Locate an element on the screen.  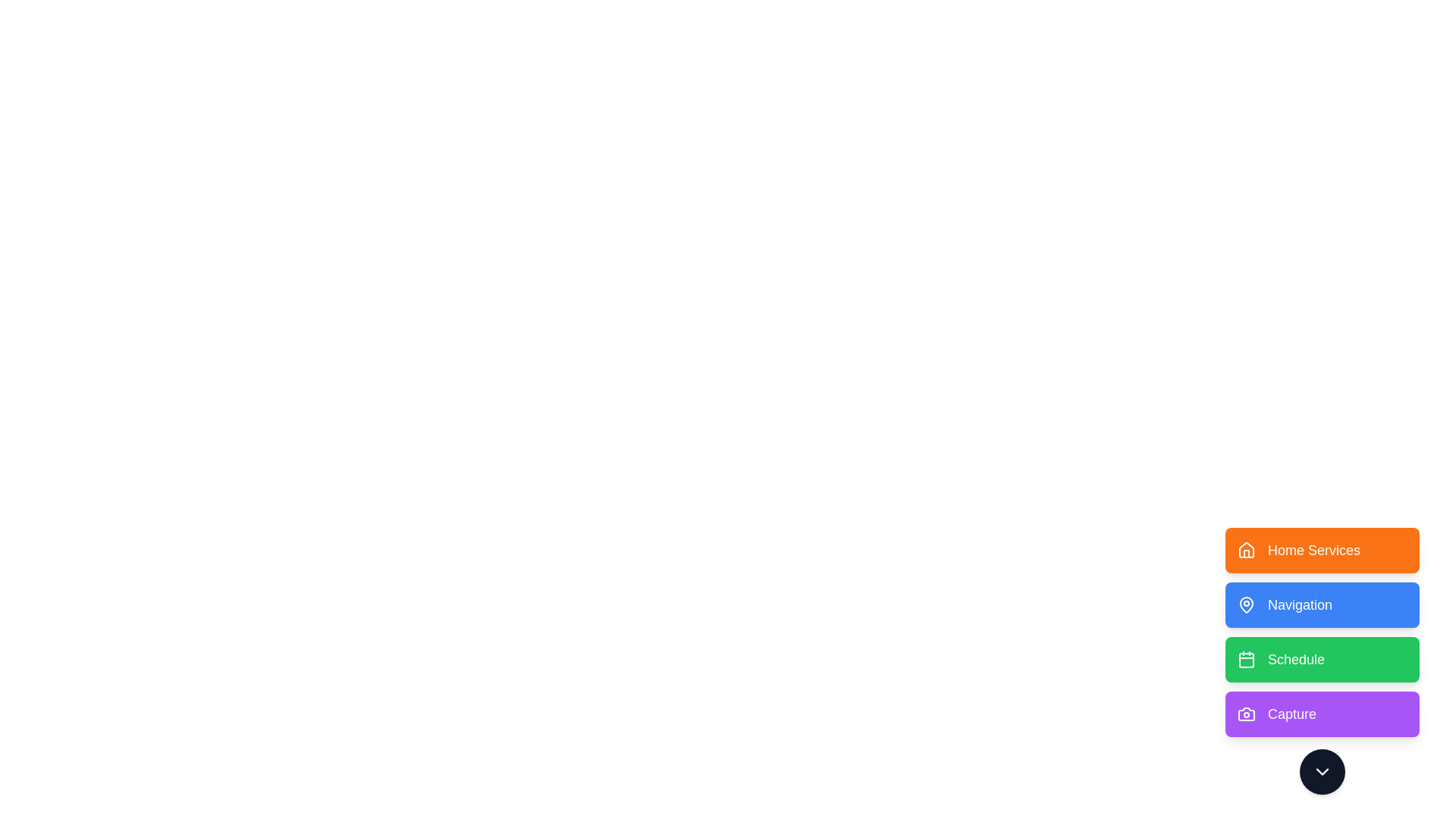
the 'Home Services' button is located at coordinates (1321, 550).